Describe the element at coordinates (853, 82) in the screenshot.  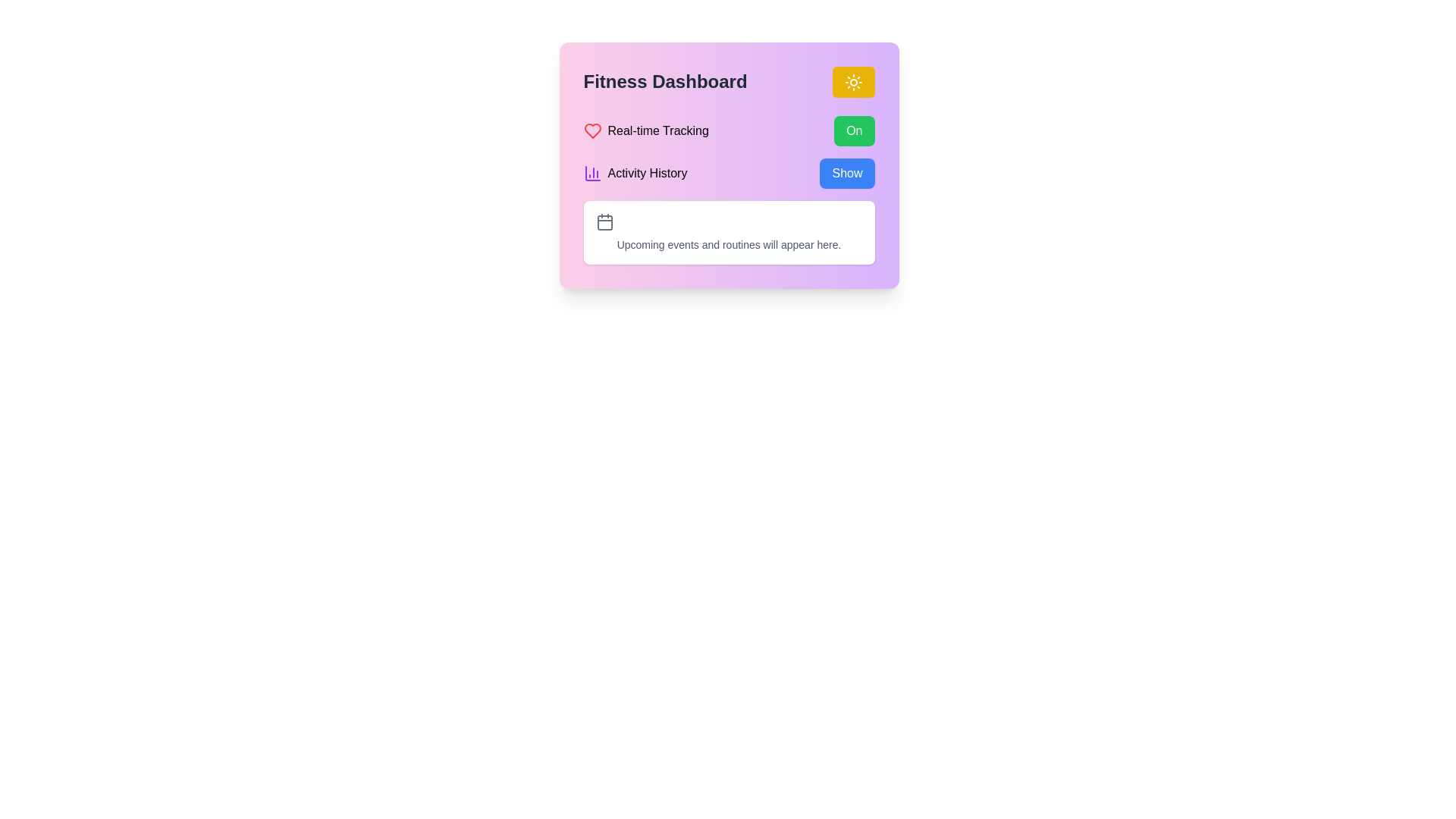
I see `the sun-like SVG icon located at the top-right corner of the 'Fitness Dashboard'` at that location.